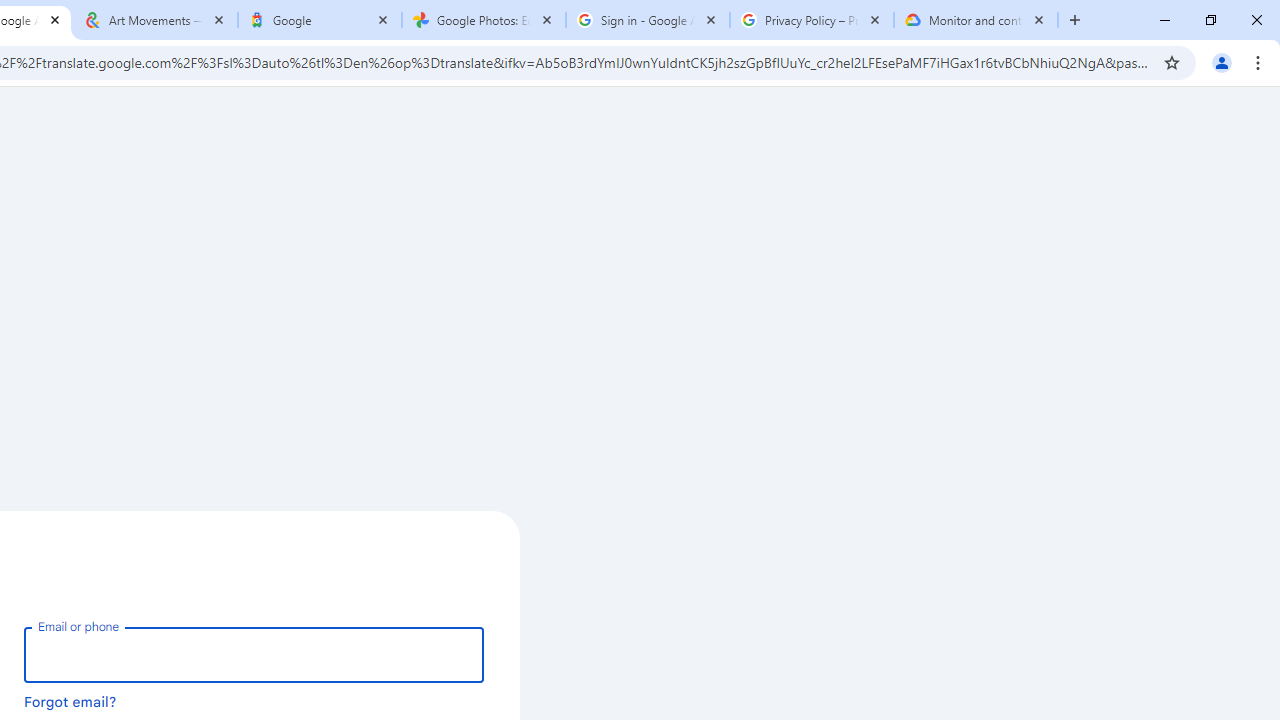 This screenshot has width=1280, height=720. Describe the element at coordinates (70, 700) in the screenshot. I see `'Forgot email?'` at that location.